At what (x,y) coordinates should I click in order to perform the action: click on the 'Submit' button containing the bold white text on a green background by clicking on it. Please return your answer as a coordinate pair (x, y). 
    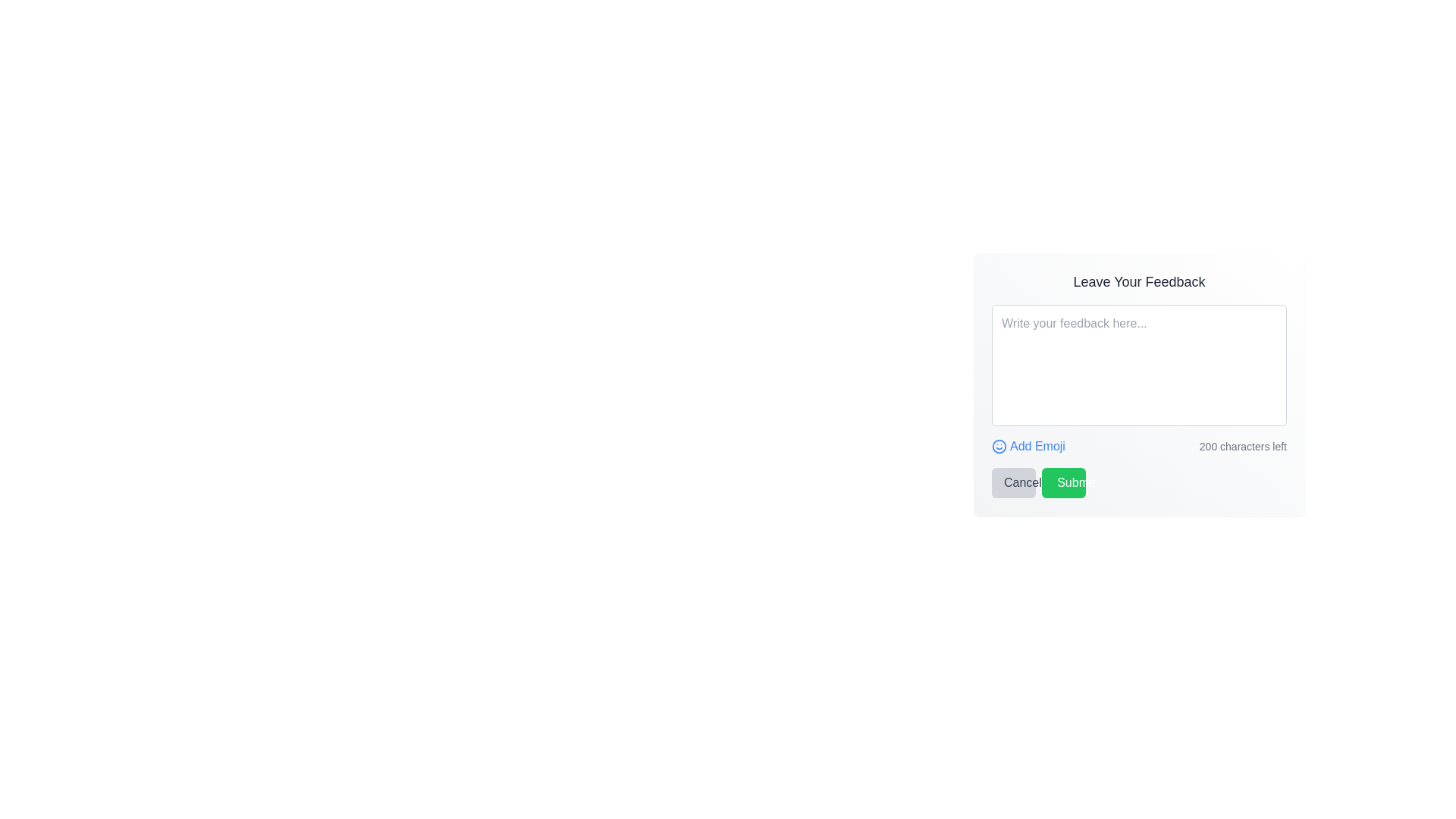
    Looking at the image, I should click on (1075, 482).